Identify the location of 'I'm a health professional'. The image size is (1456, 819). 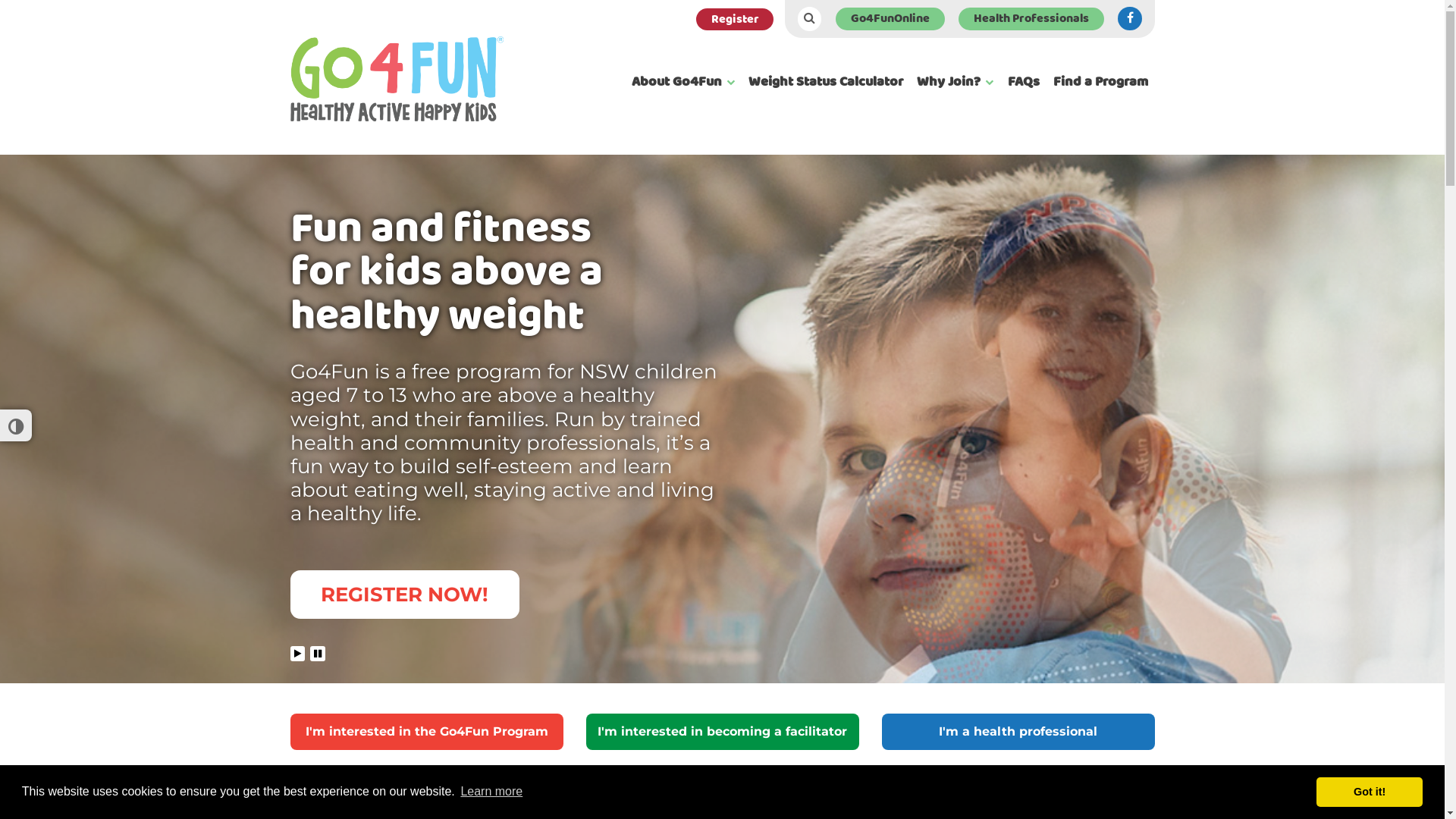
(1018, 730).